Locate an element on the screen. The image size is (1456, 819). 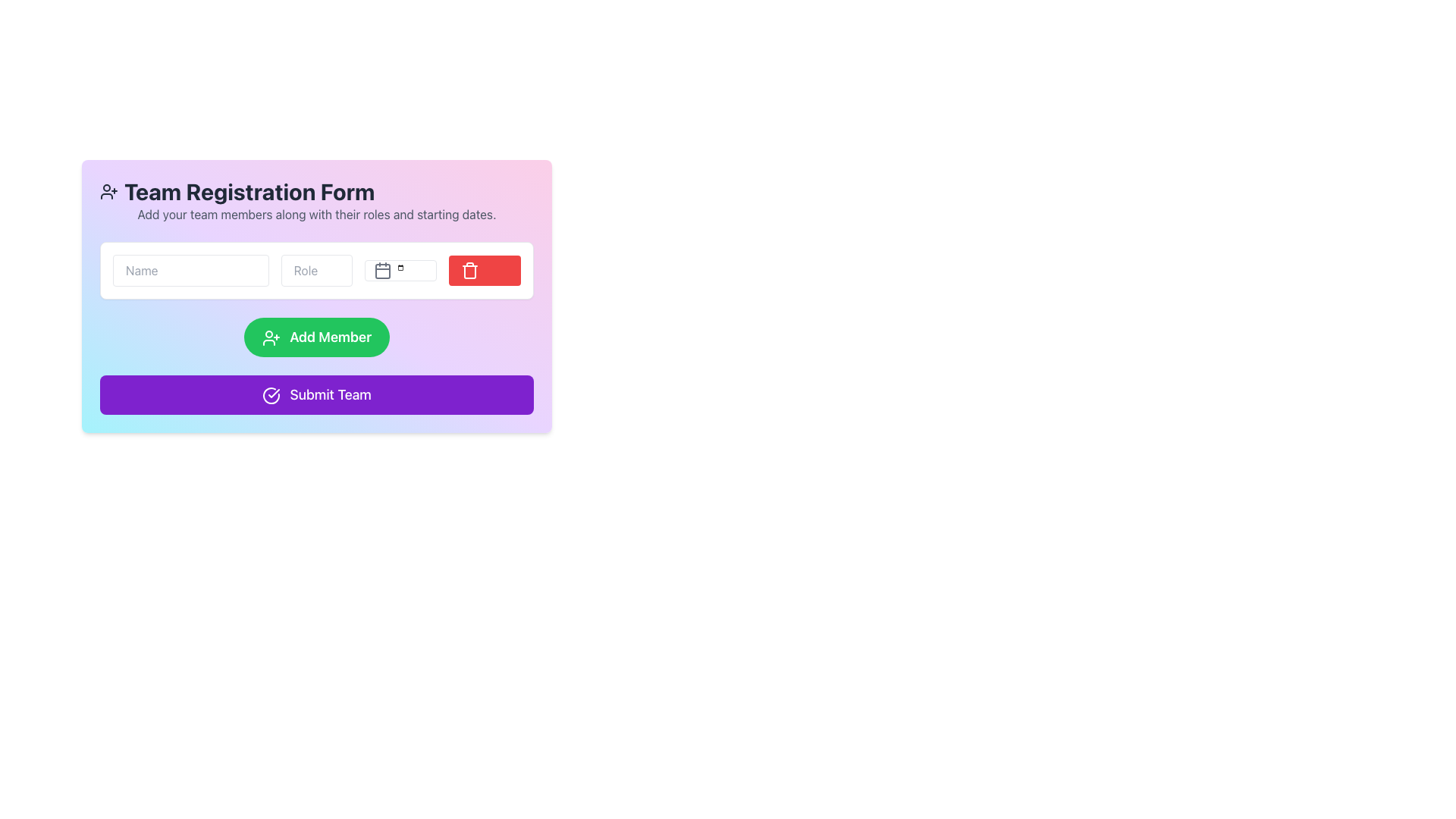
the confirmation icon located at the center of the purple 'Submit Team' button, which indicates a submit action is located at coordinates (271, 395).